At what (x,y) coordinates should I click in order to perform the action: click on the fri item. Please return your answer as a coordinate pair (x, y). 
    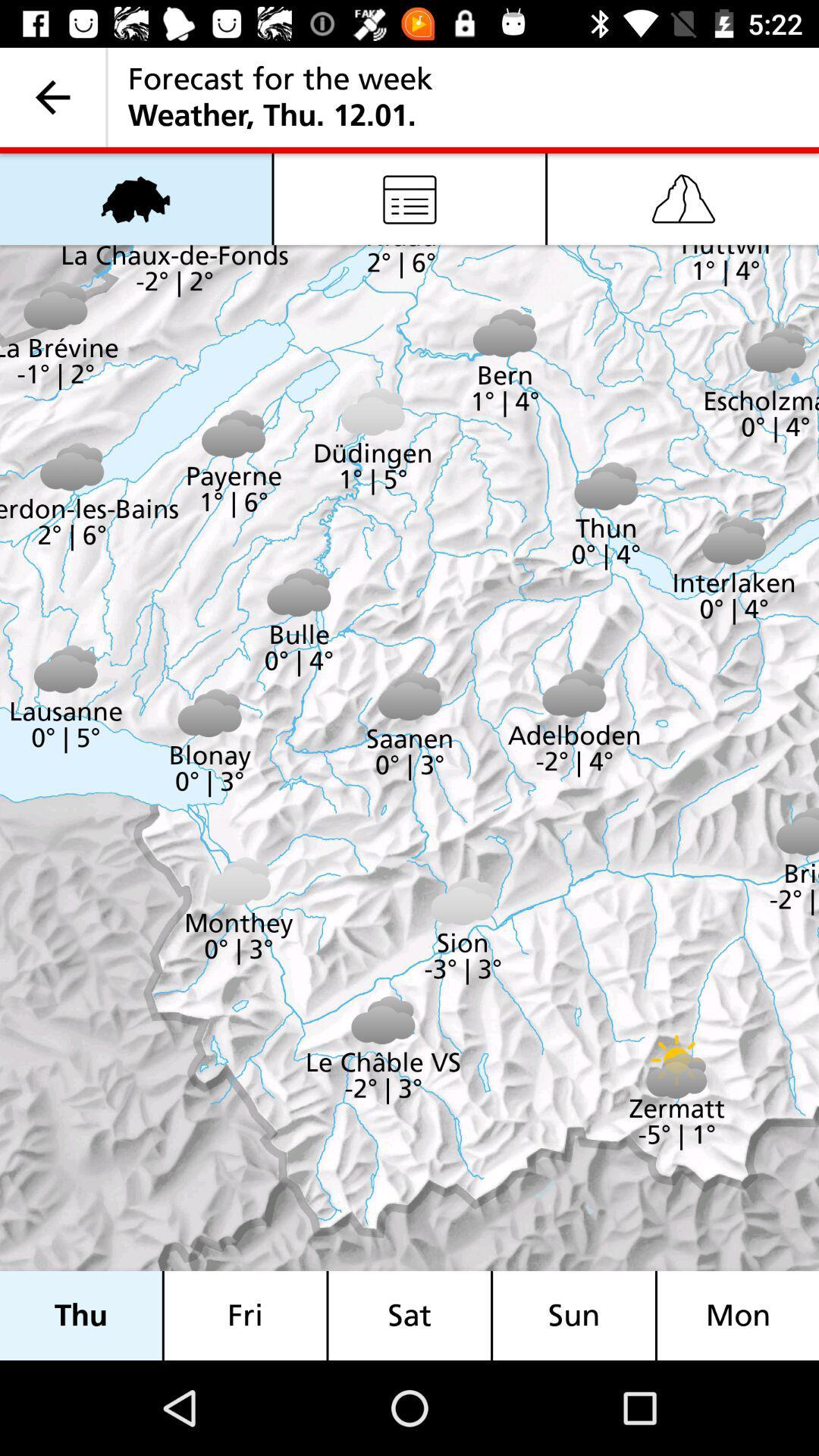
    Looking at the image, I should click on (244, 1315).